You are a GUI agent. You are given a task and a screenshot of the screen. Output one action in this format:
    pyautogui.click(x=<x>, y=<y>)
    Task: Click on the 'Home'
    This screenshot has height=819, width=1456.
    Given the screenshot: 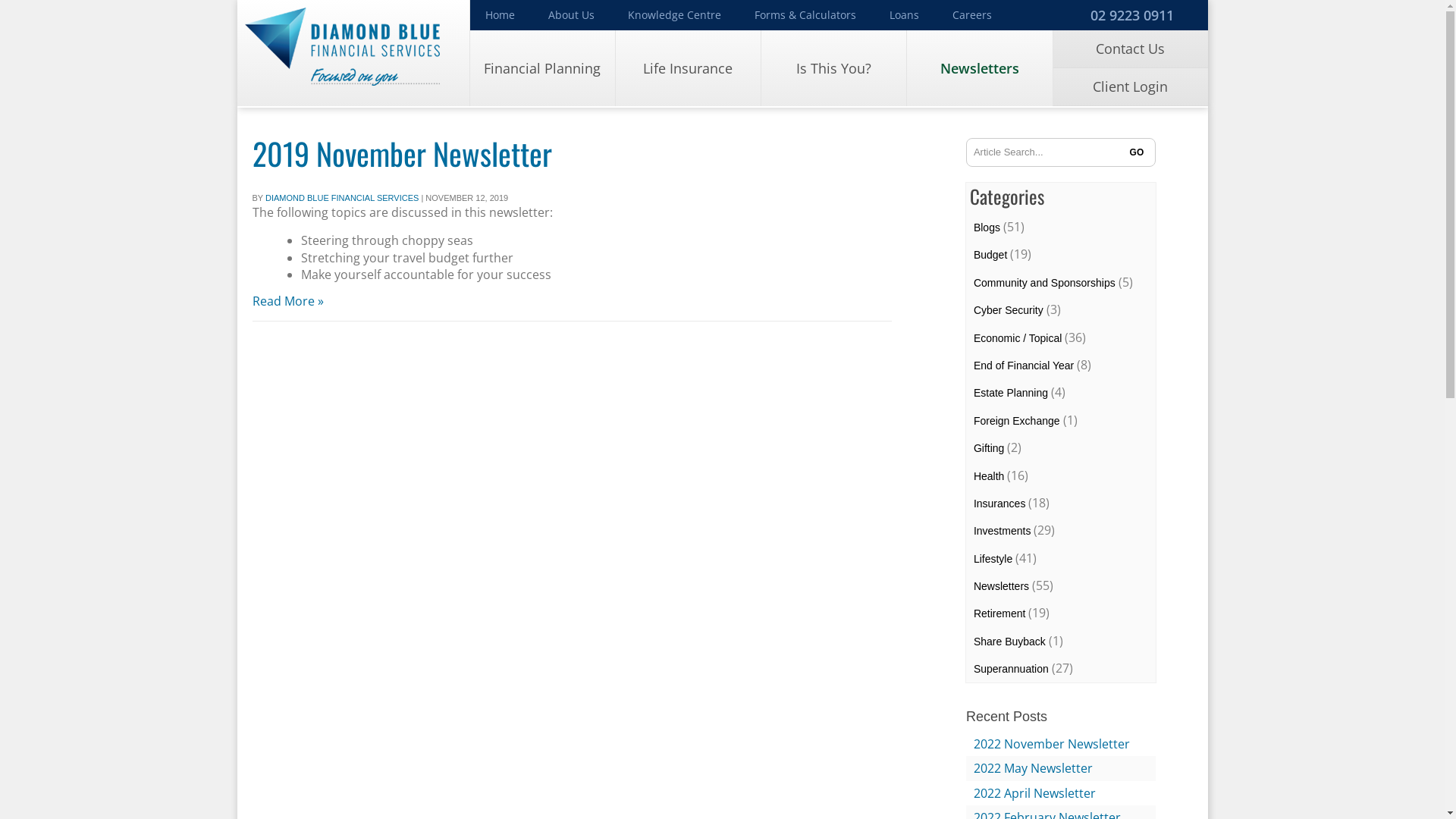 What is the action you would take?
    pyautogui.click(x=500, y=14)
    